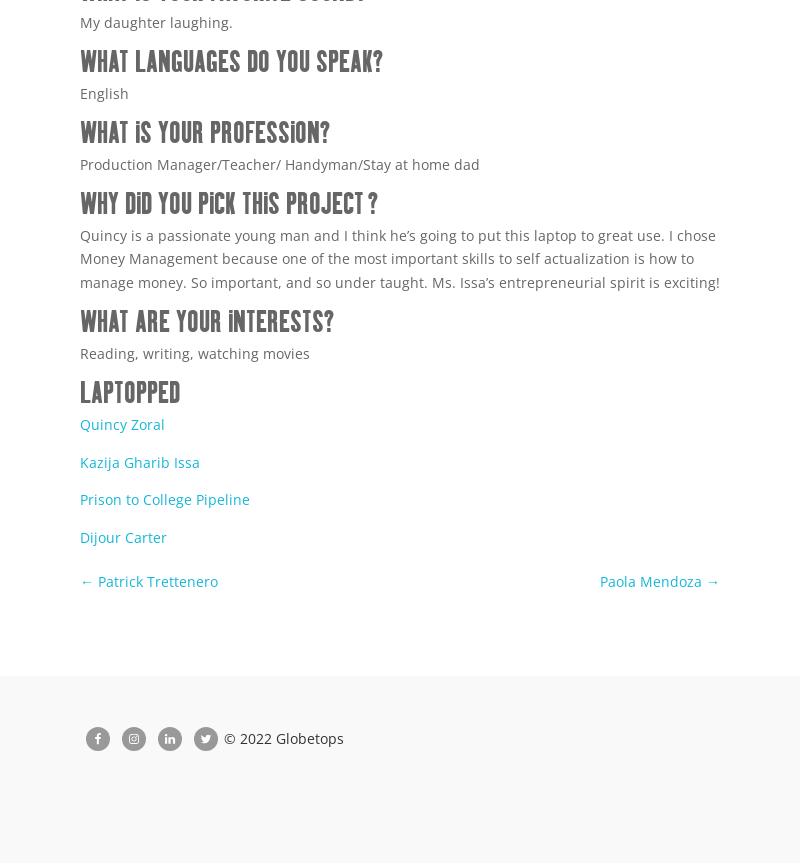 The width and height of the screenshot is (800, 864). I want to click on 'Production Manager/Teacher/ Handyman/Stay at home dad', so click(280, 162).